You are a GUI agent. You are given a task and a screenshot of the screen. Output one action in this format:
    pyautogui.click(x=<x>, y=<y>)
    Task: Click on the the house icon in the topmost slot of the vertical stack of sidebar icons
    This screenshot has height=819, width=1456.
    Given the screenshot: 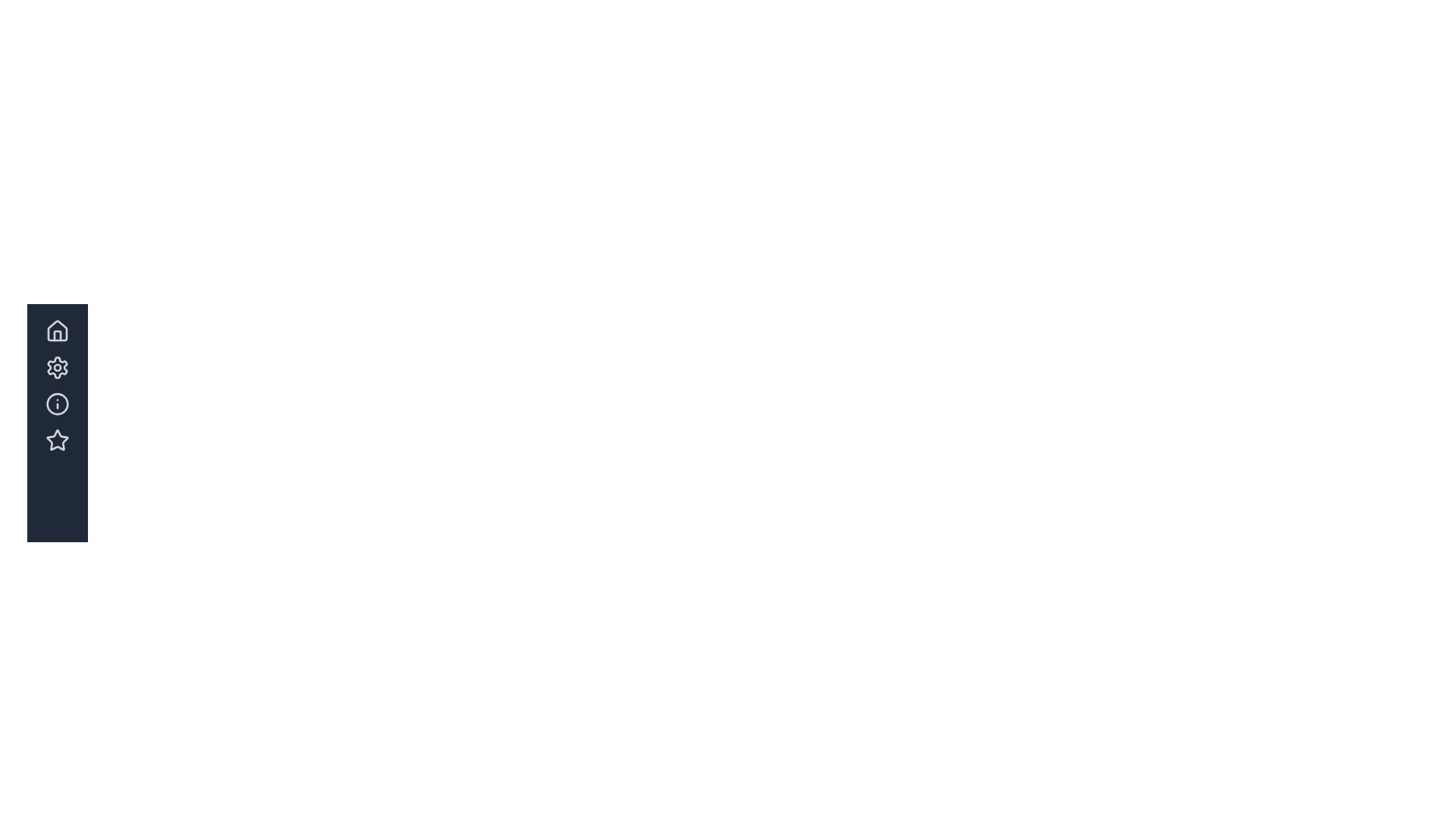 What is the action you would take?
    pyautogui.click(x=58, y=329)
    